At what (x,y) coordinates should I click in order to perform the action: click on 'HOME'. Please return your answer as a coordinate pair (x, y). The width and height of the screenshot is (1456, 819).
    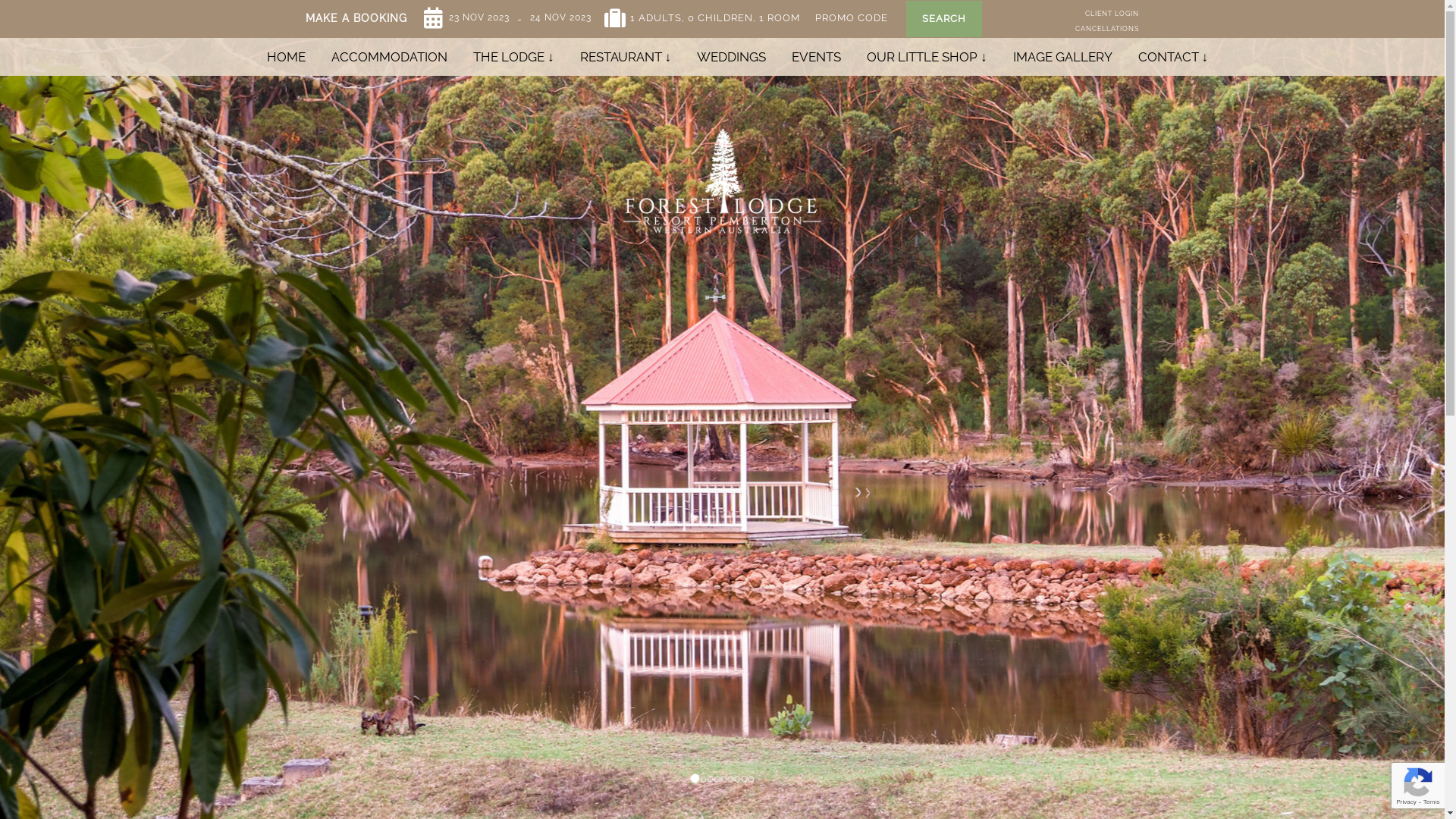
    Looking at the image, I should click on (286, 55).